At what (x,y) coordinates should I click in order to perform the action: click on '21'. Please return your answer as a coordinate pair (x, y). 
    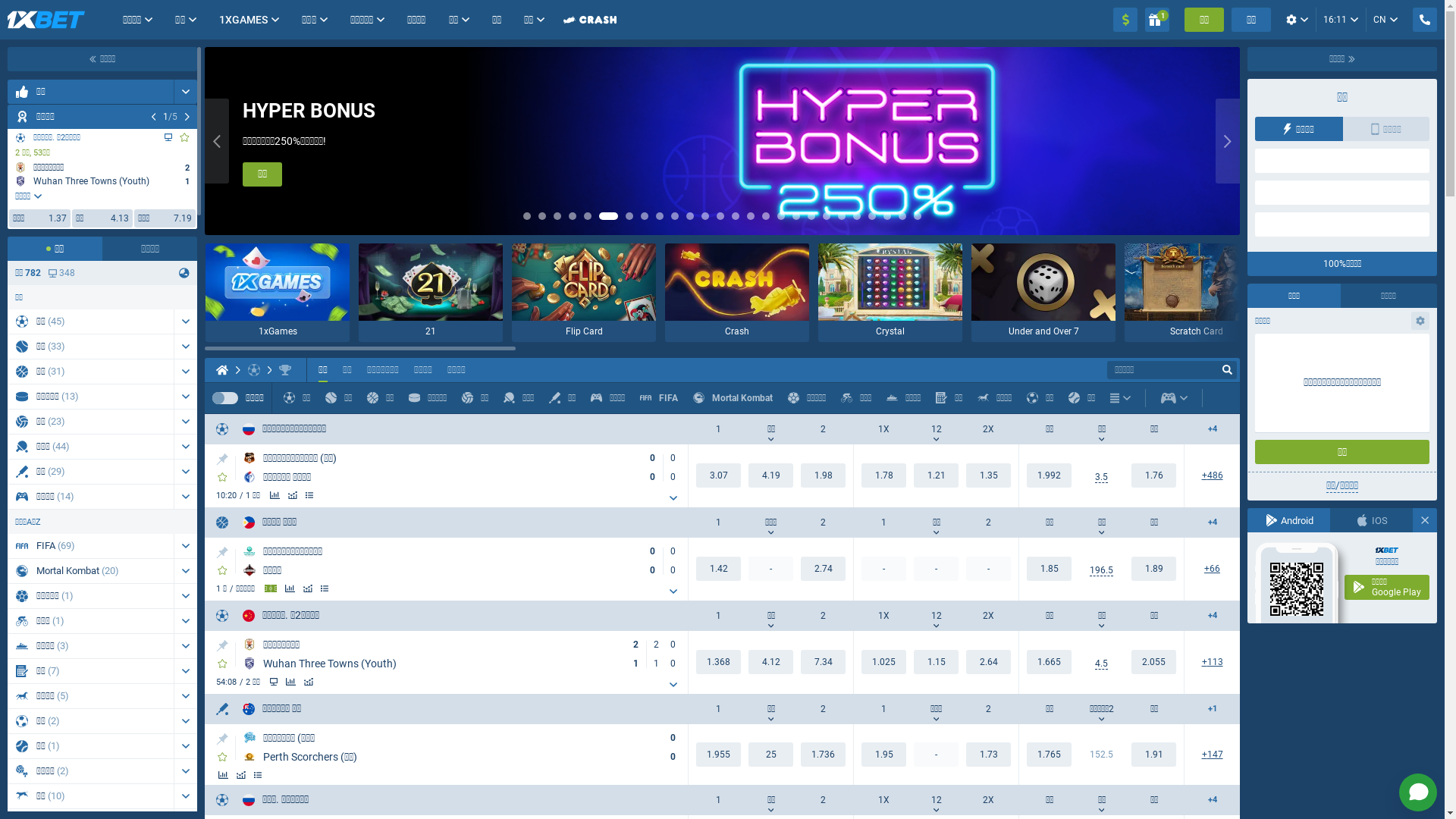
    Looking at the image, I should click on (429, 292).